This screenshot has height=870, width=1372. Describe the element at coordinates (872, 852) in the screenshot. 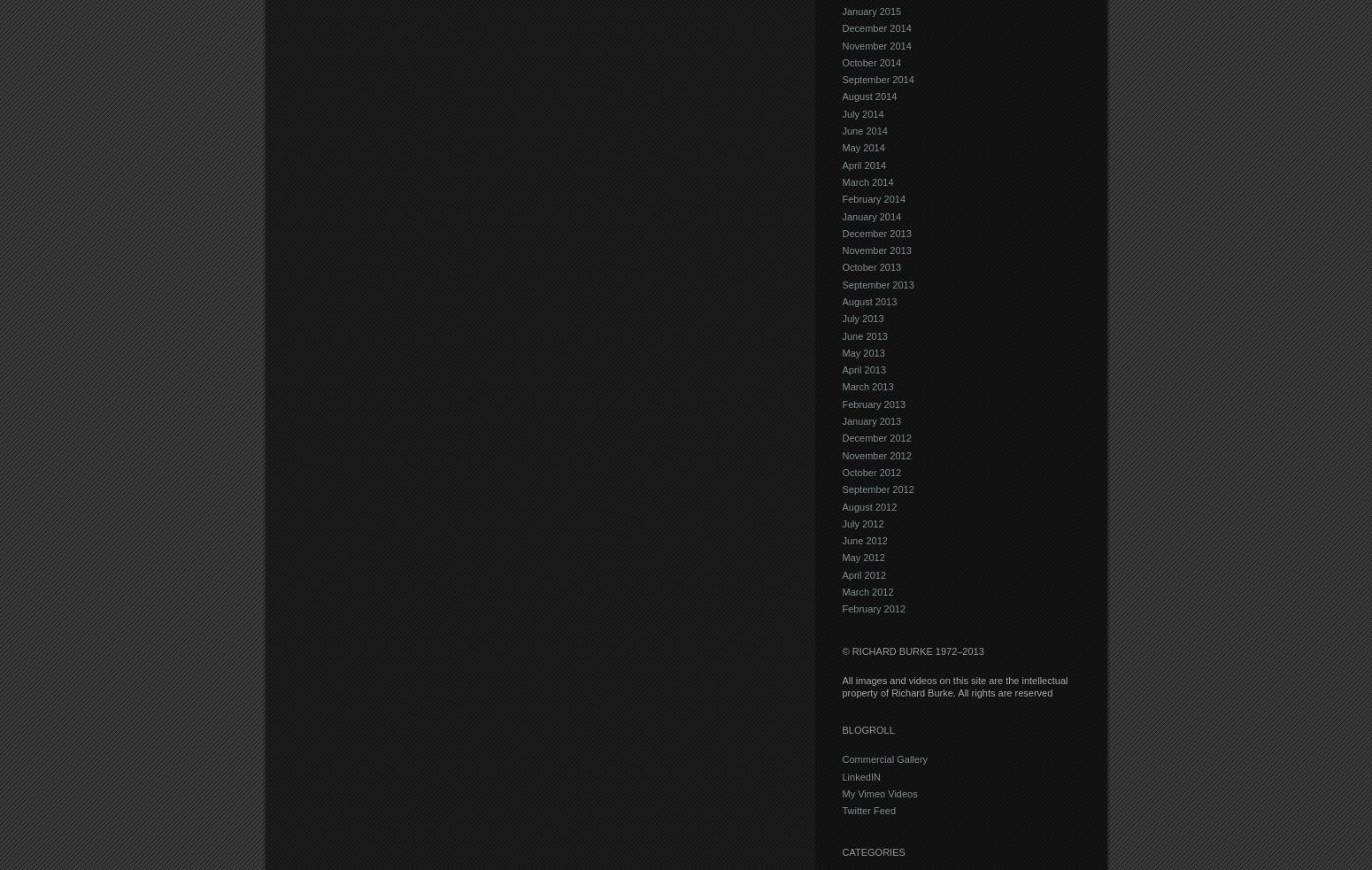

I see `'Categories'` at that location.